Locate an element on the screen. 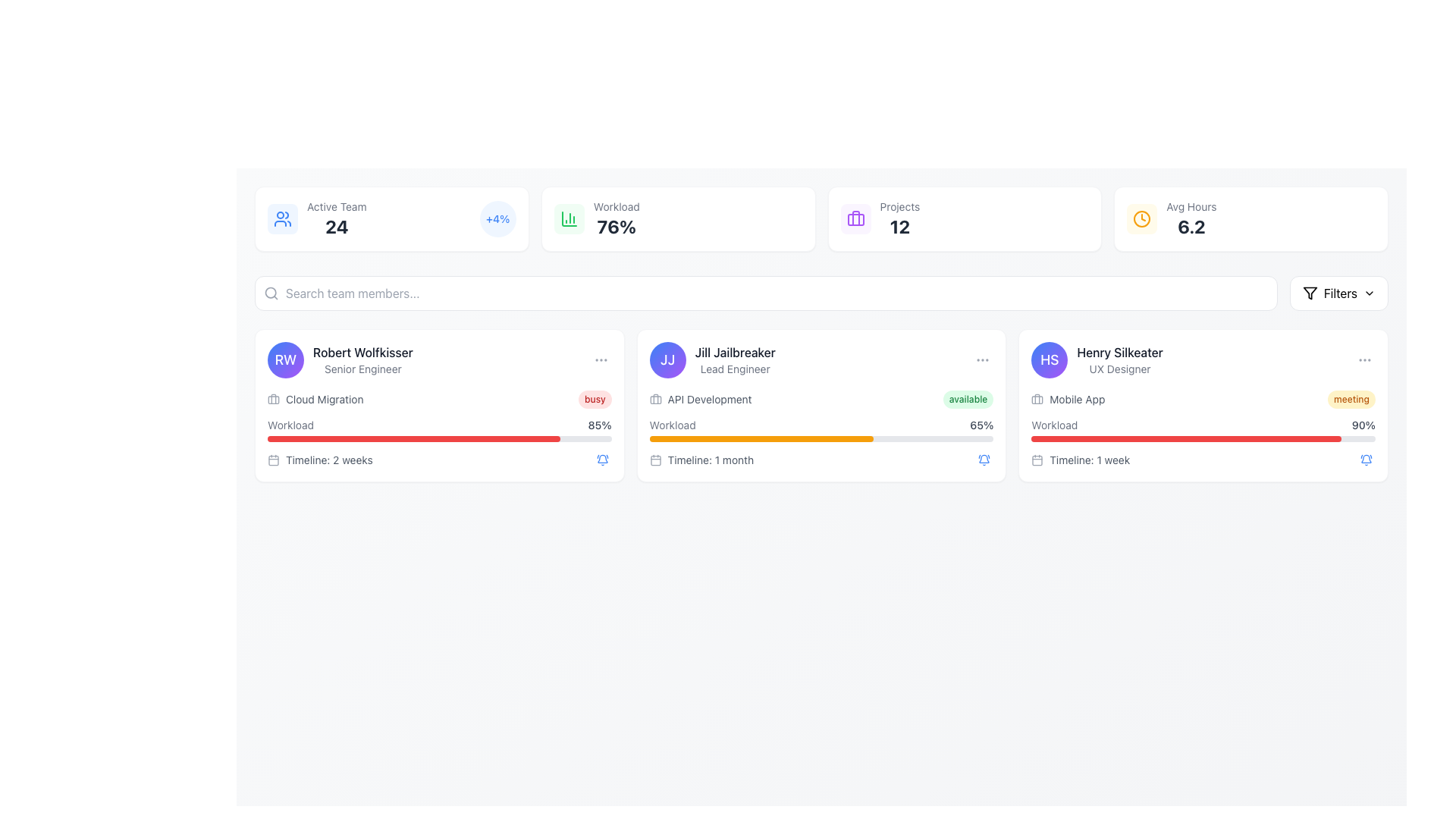 This screenshot has height=819, width=1456. text from the 'Cloud Migration' label located in the first card of the UI layout, positioned under 'Robert Wolfkisser' and to the right of a briefcase icon is located at coordinates (324, 399).